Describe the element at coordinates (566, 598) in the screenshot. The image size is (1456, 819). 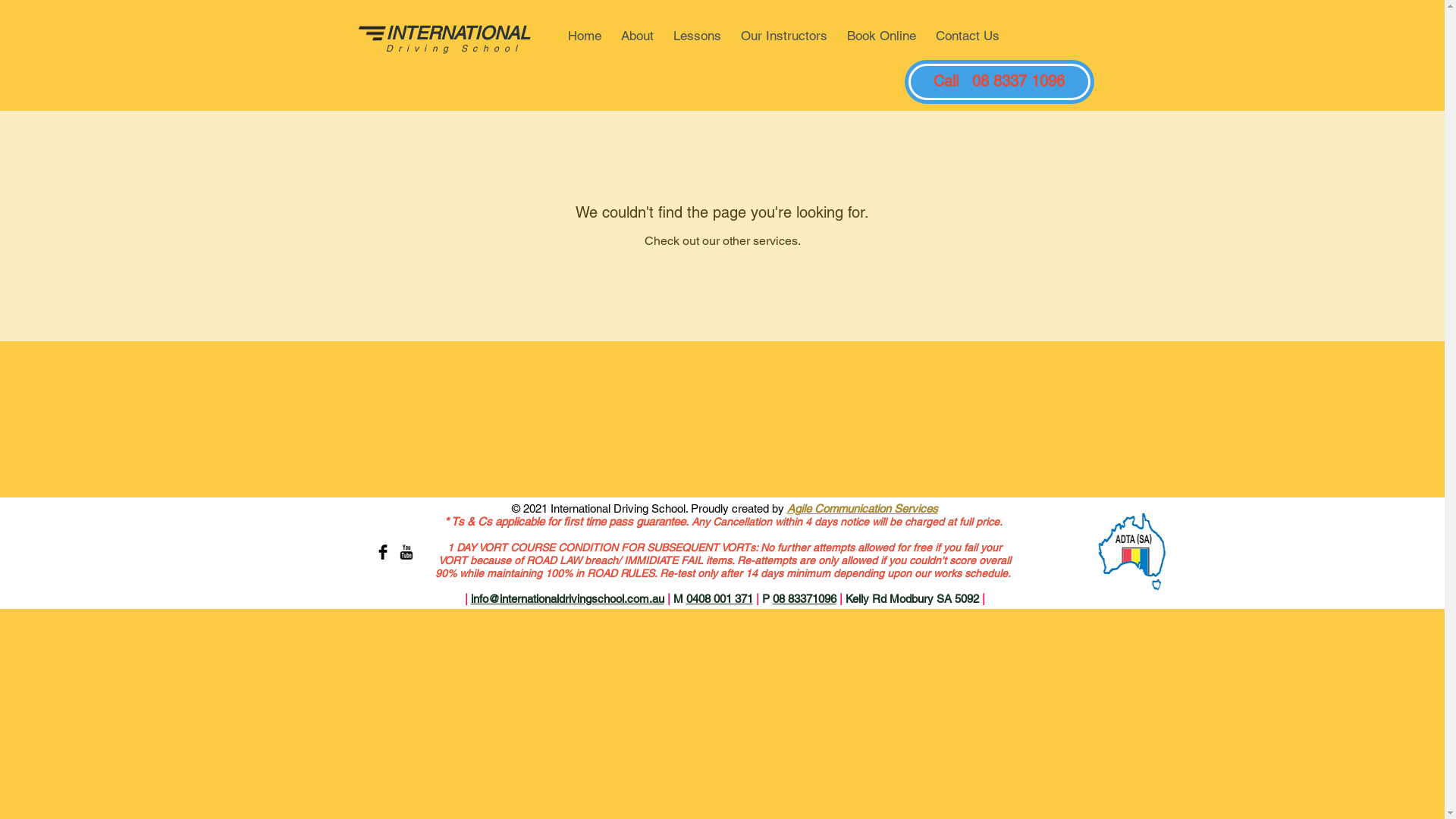
I see `'info@internationaldrivingschool.com.au'` at that location.